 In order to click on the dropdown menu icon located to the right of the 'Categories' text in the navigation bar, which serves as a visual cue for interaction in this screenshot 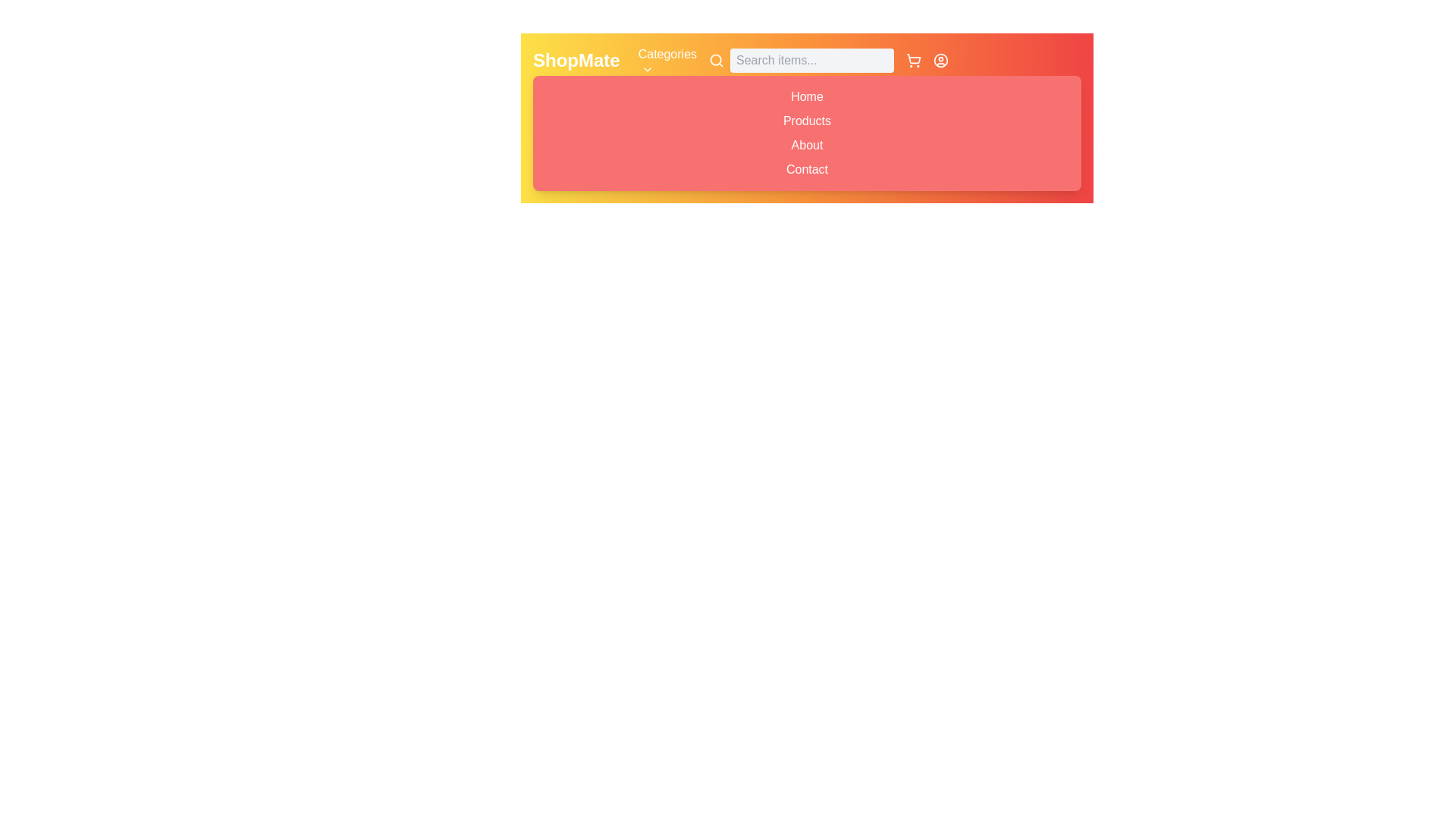, I will do `click(647, 70)`.